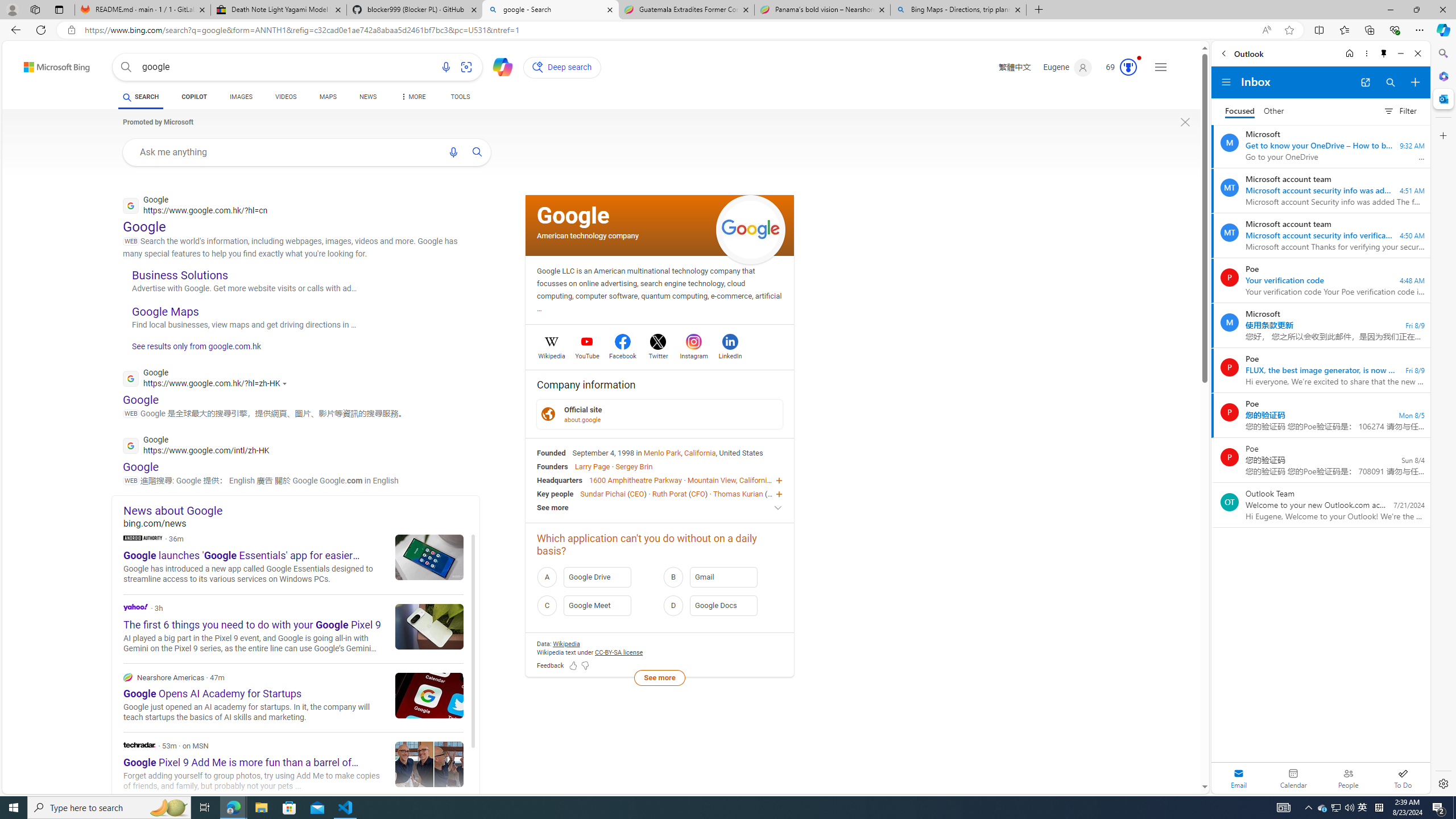  I want to click on 'MAPS', so click(327, 98).